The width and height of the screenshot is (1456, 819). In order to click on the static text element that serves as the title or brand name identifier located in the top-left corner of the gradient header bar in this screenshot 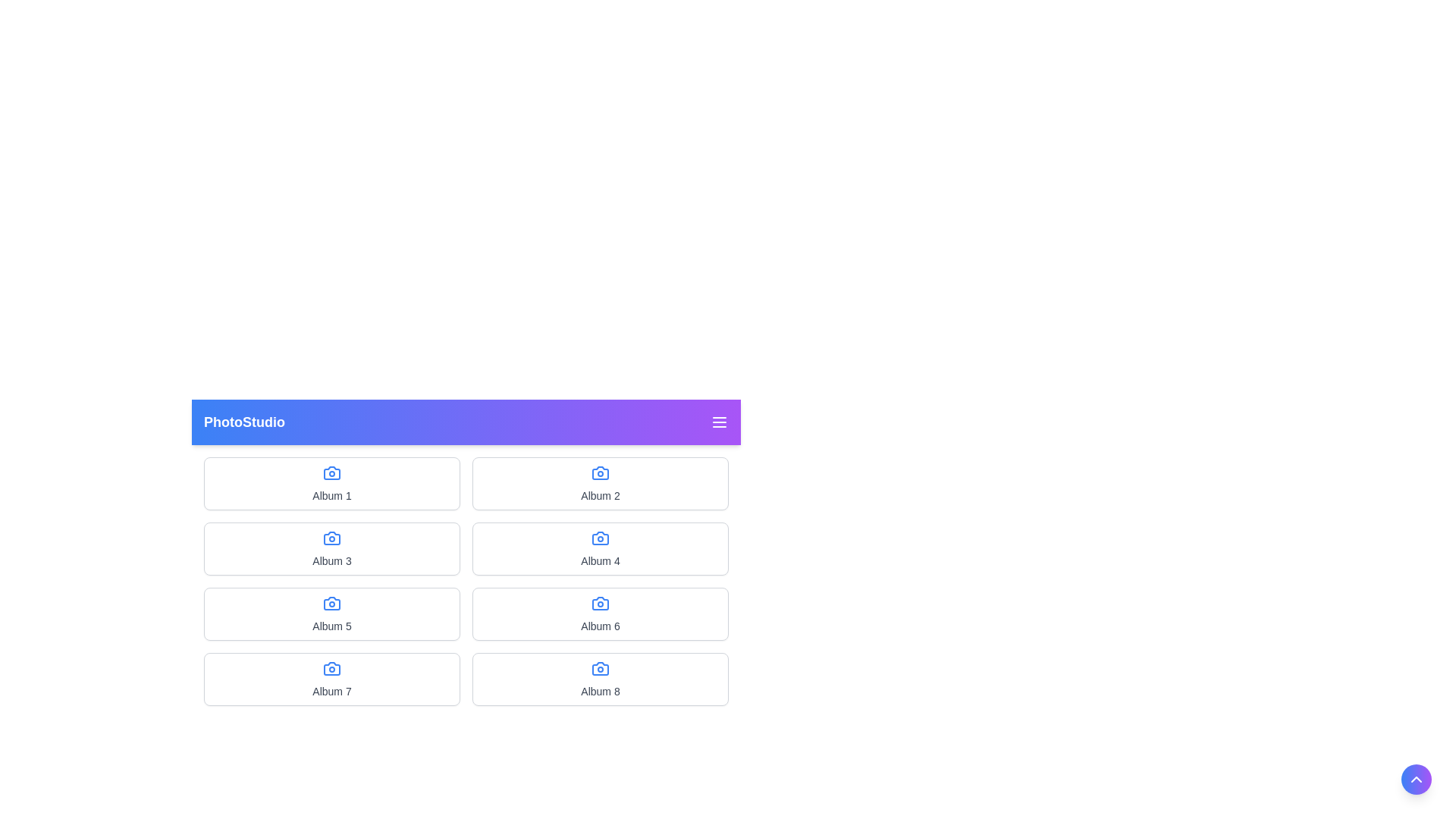, I will do `click(244, 422)`.